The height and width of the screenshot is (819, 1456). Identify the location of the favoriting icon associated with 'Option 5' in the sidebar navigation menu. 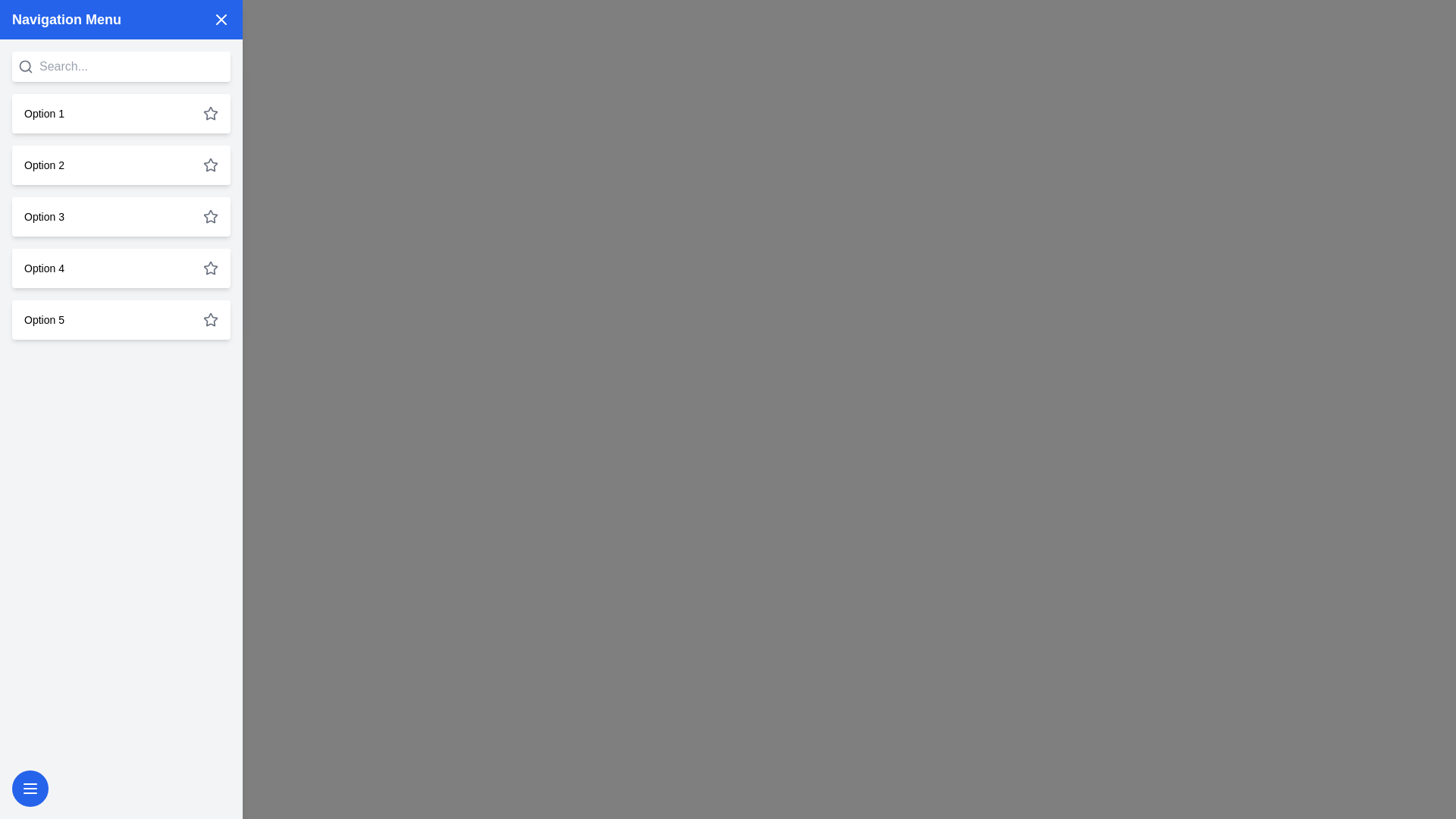
(210, 318).